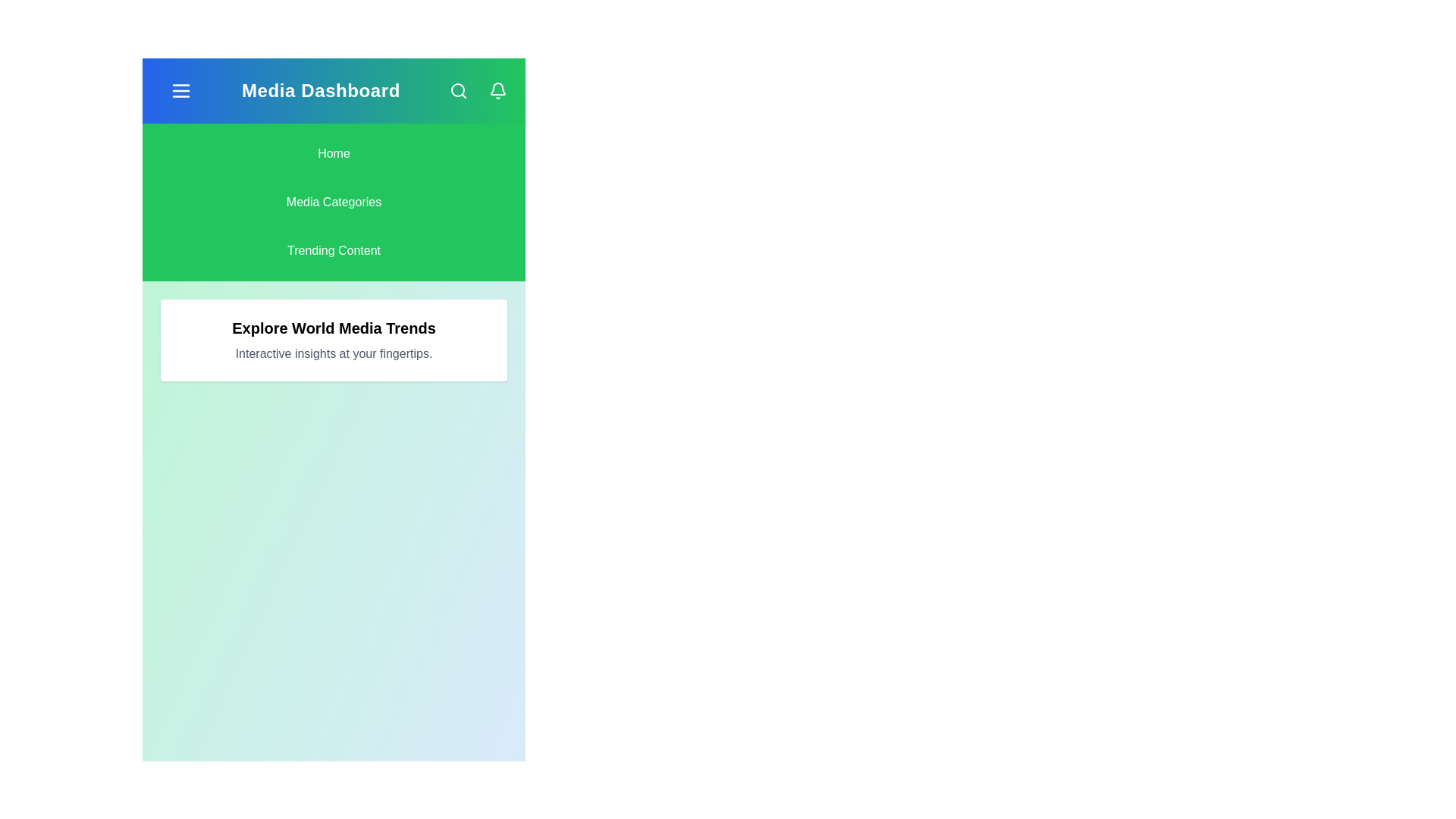  What do you see at coordinates (333, 154) in the screenshot?
I see `the navigation menu item Home` at bounding box center [333, 154].